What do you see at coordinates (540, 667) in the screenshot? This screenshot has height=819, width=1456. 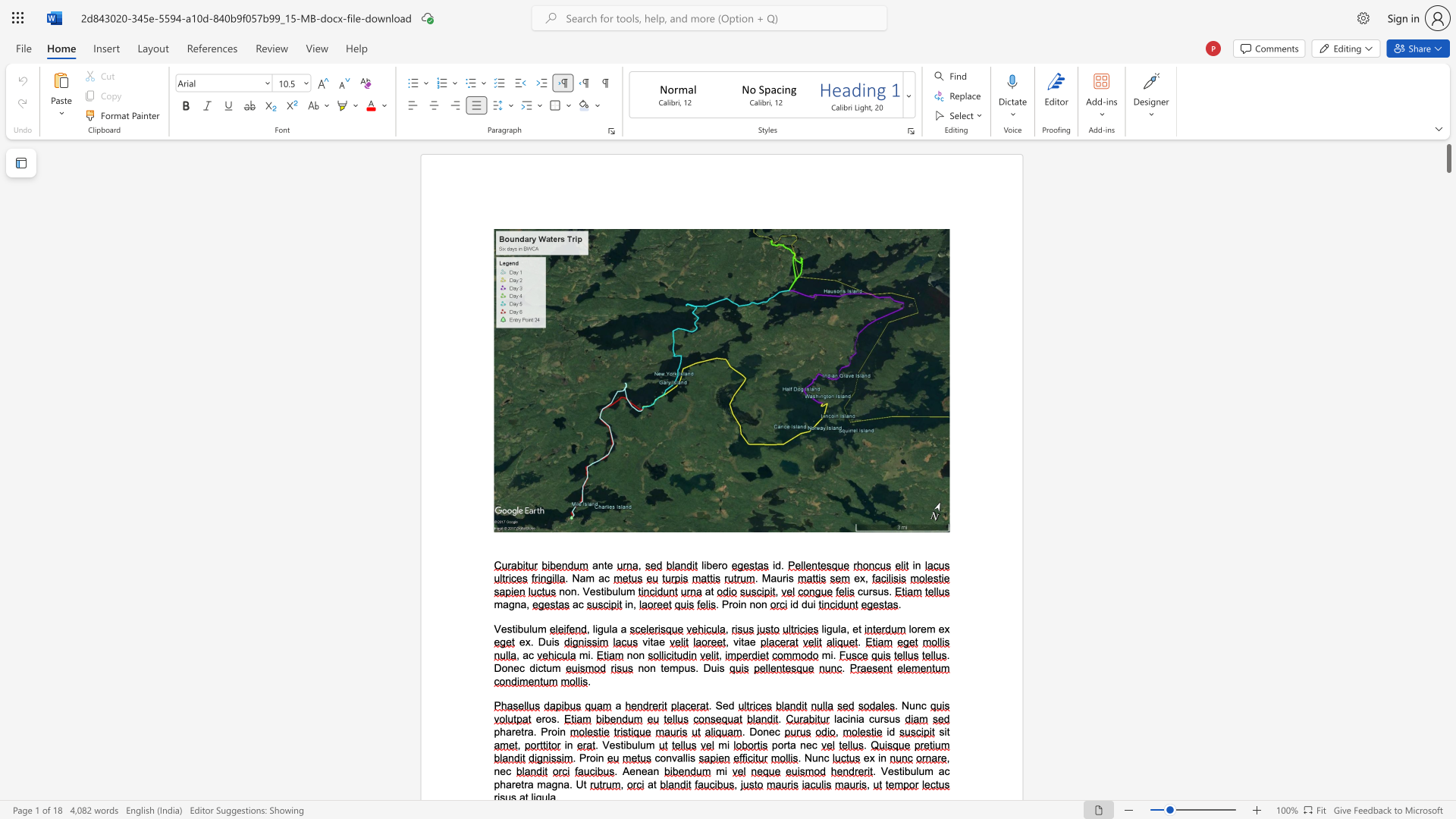 I see `the 2th character "c" in the text` at bounding box center [540, 667].